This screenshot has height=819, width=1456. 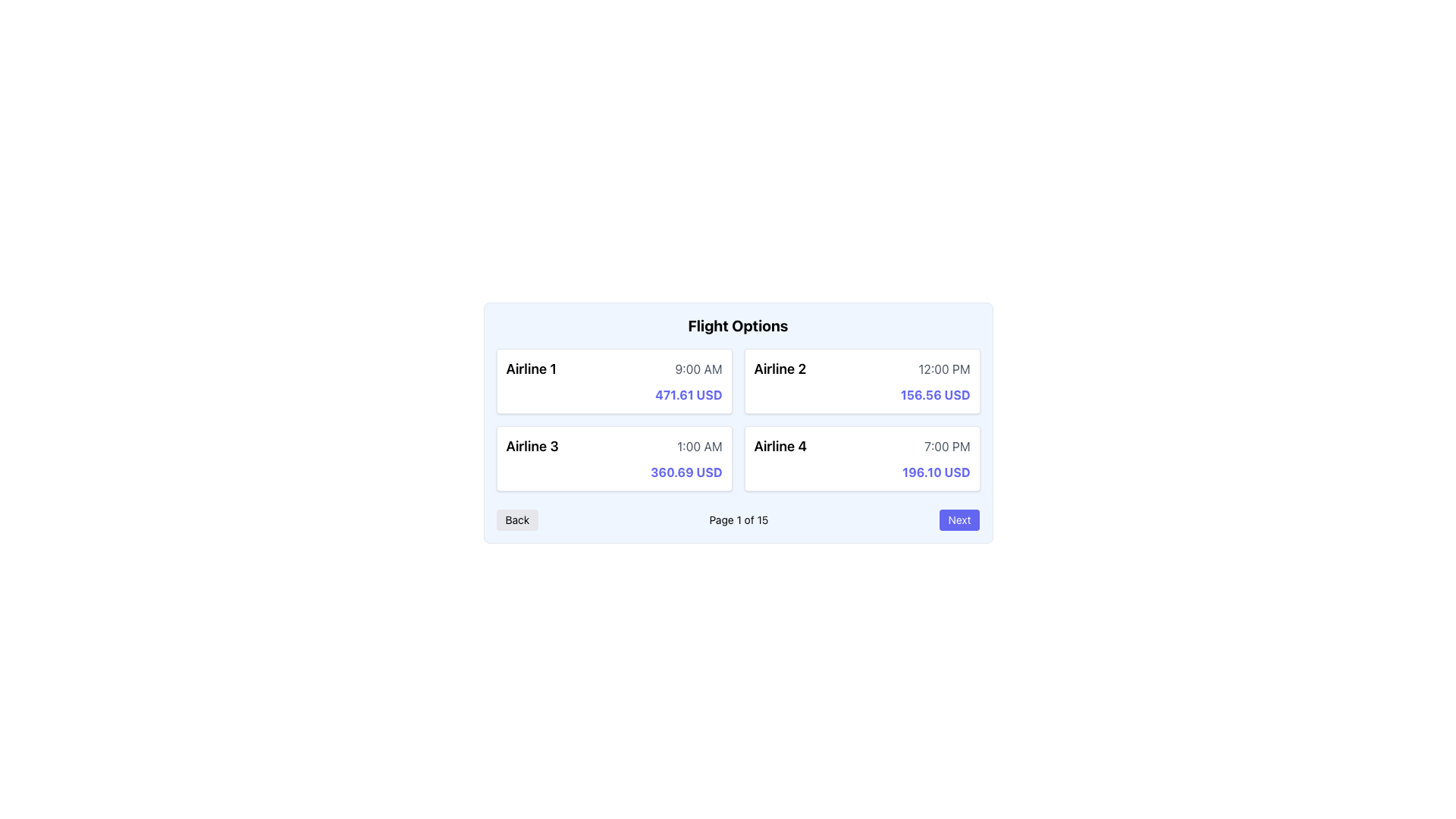 I want to click on the button located in the bottom-left corner of the horizontal button group beneath the flight options list to change its background color, so click(x=517, y=519).